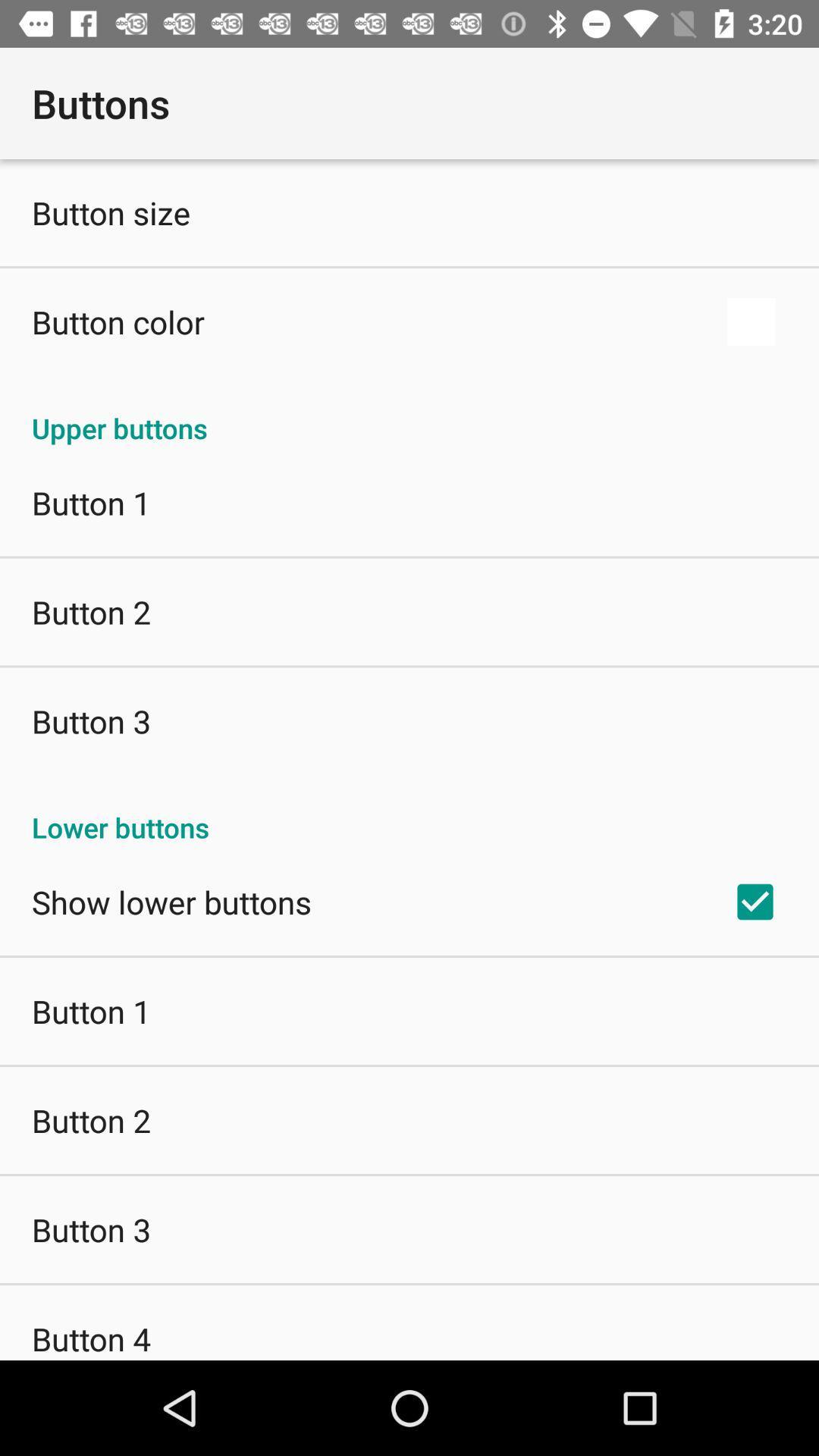  Describe the element at coordinates (409, 412) in the screenshot. I see `item above the button 1 icon` at that location.